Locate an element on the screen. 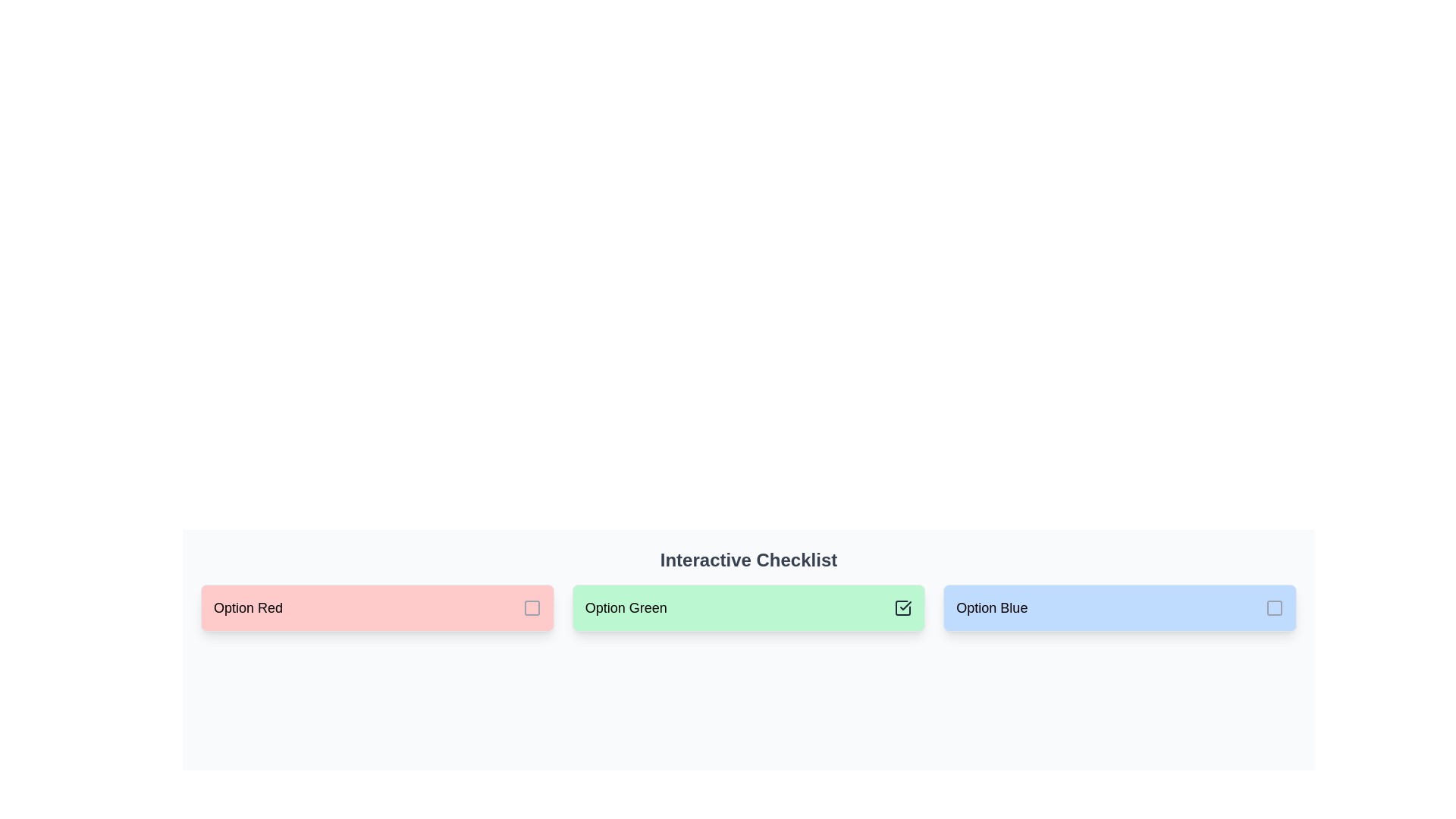  the checkbox with a checkmark indicating a selected state is located at coordinates (903, 607).